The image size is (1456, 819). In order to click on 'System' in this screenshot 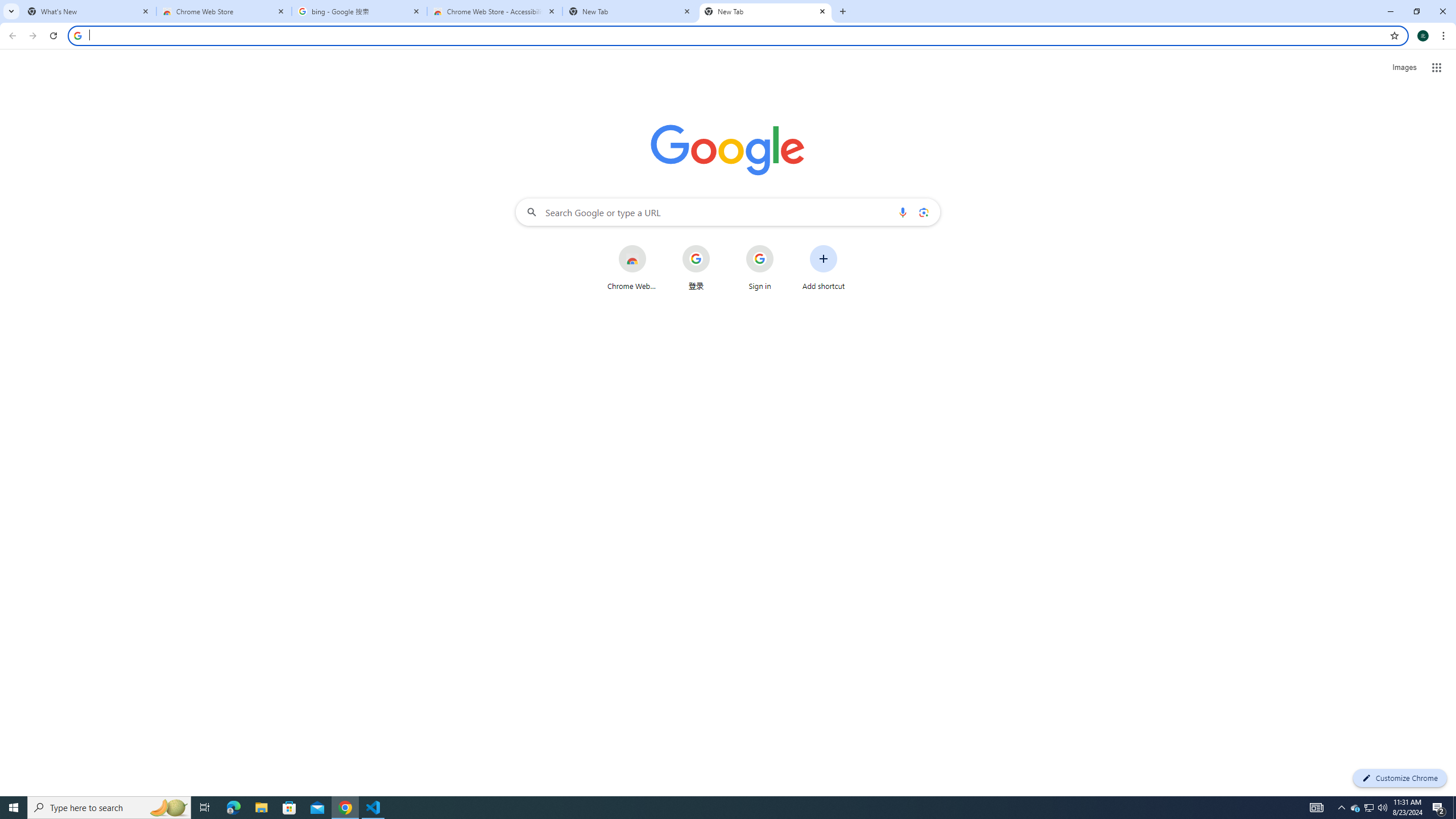, I will do `click(6, 5)`.